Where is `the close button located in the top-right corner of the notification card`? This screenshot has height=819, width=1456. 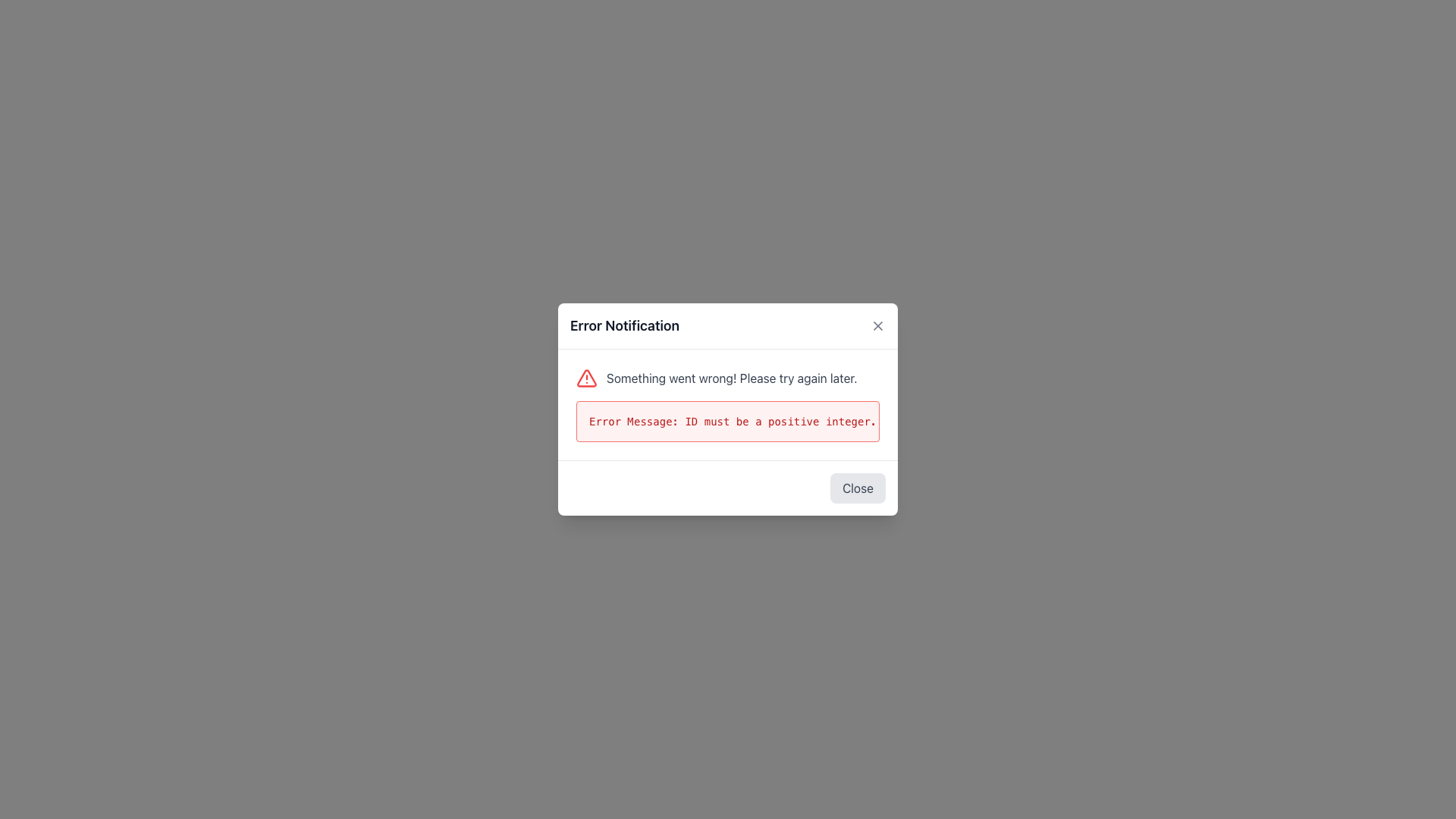 the close button located in the top-right corner of the notification card is located at coordinates (877, 325).